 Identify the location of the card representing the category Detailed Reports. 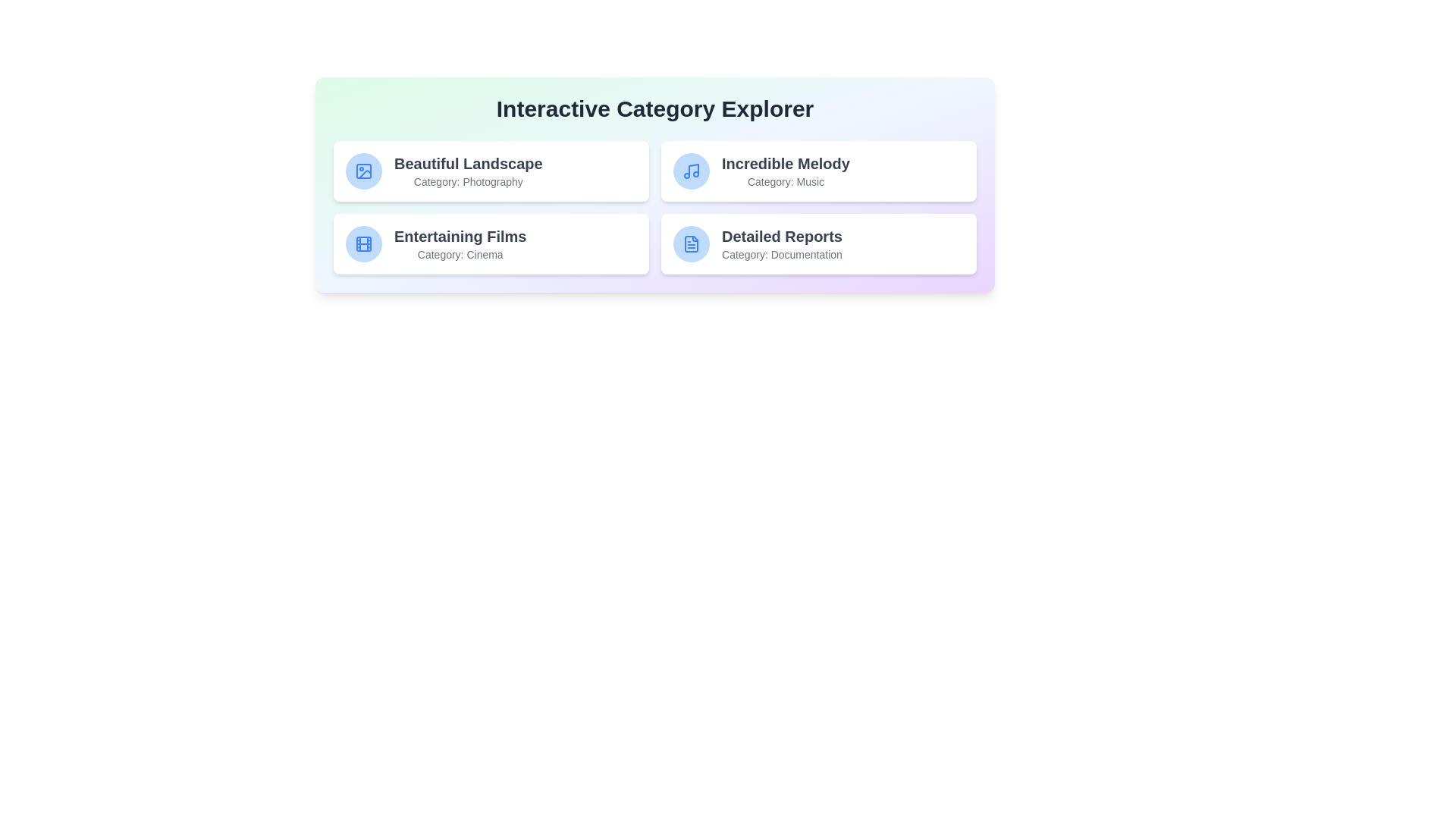
(818, 243).